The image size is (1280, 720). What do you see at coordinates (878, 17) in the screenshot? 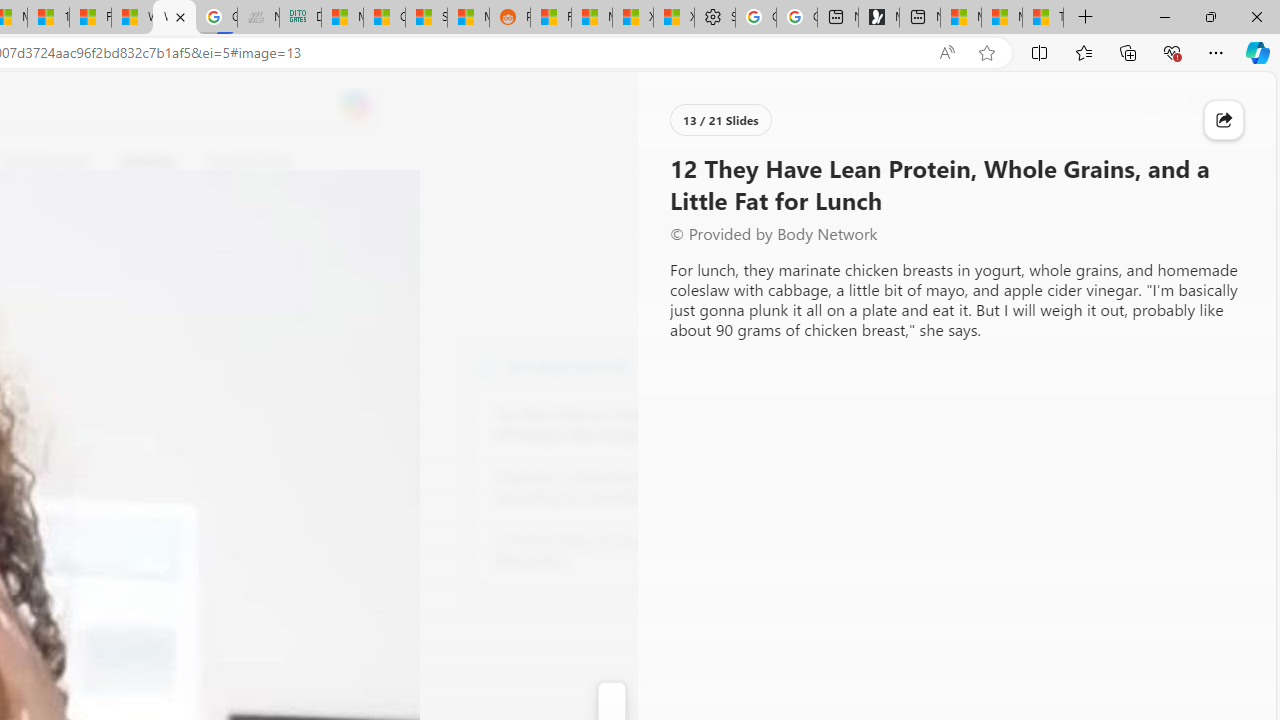
I see `'Microsoft Start Gaming'` at bounding box center [878, 17].